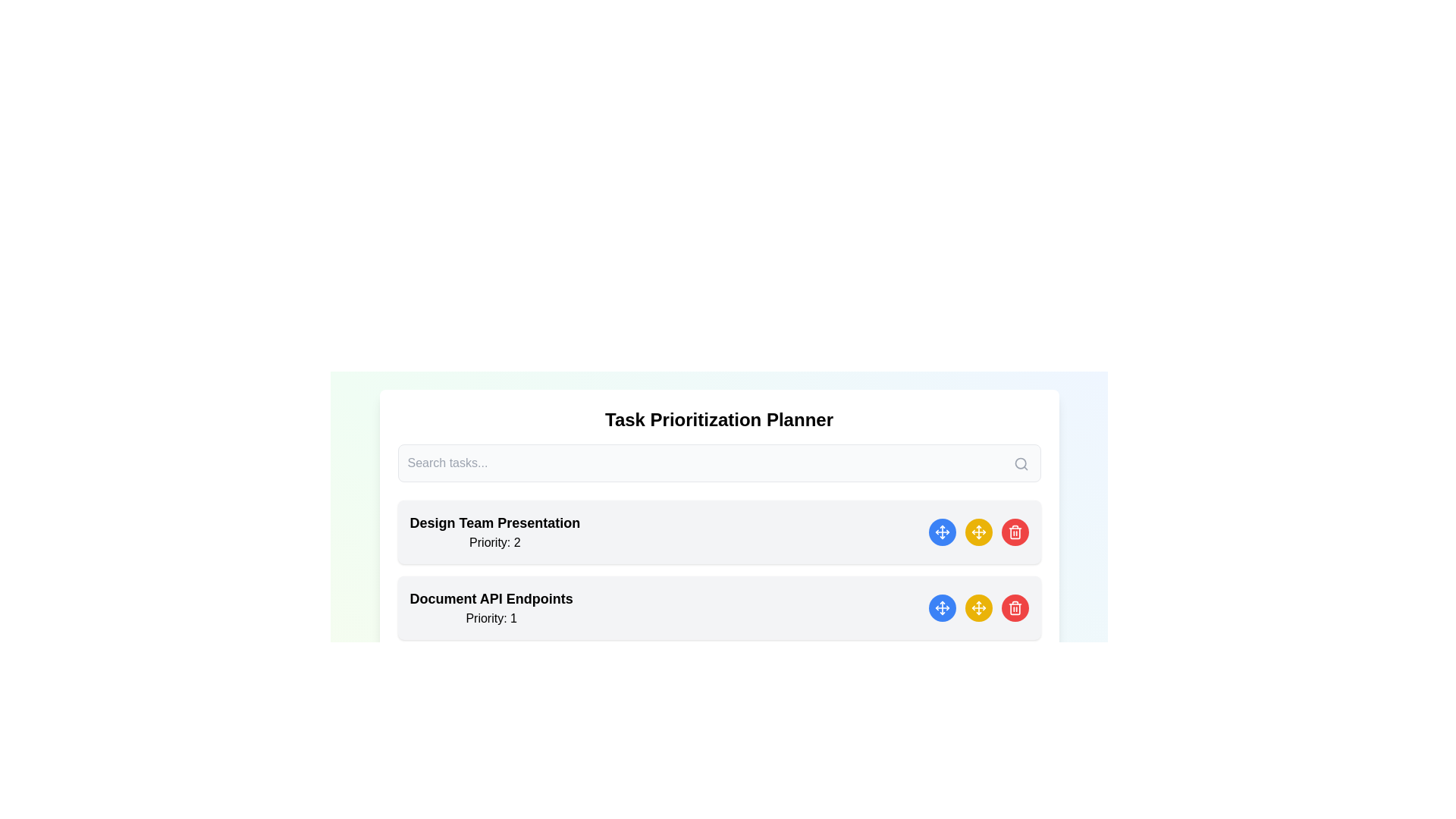  I want to click on the circular button with a yellow background and a white cross icon located at the bottom right corner of the card labeled 'Document API Endpoints Priority: 1' to trigger the hover effect, so click(978, 607).